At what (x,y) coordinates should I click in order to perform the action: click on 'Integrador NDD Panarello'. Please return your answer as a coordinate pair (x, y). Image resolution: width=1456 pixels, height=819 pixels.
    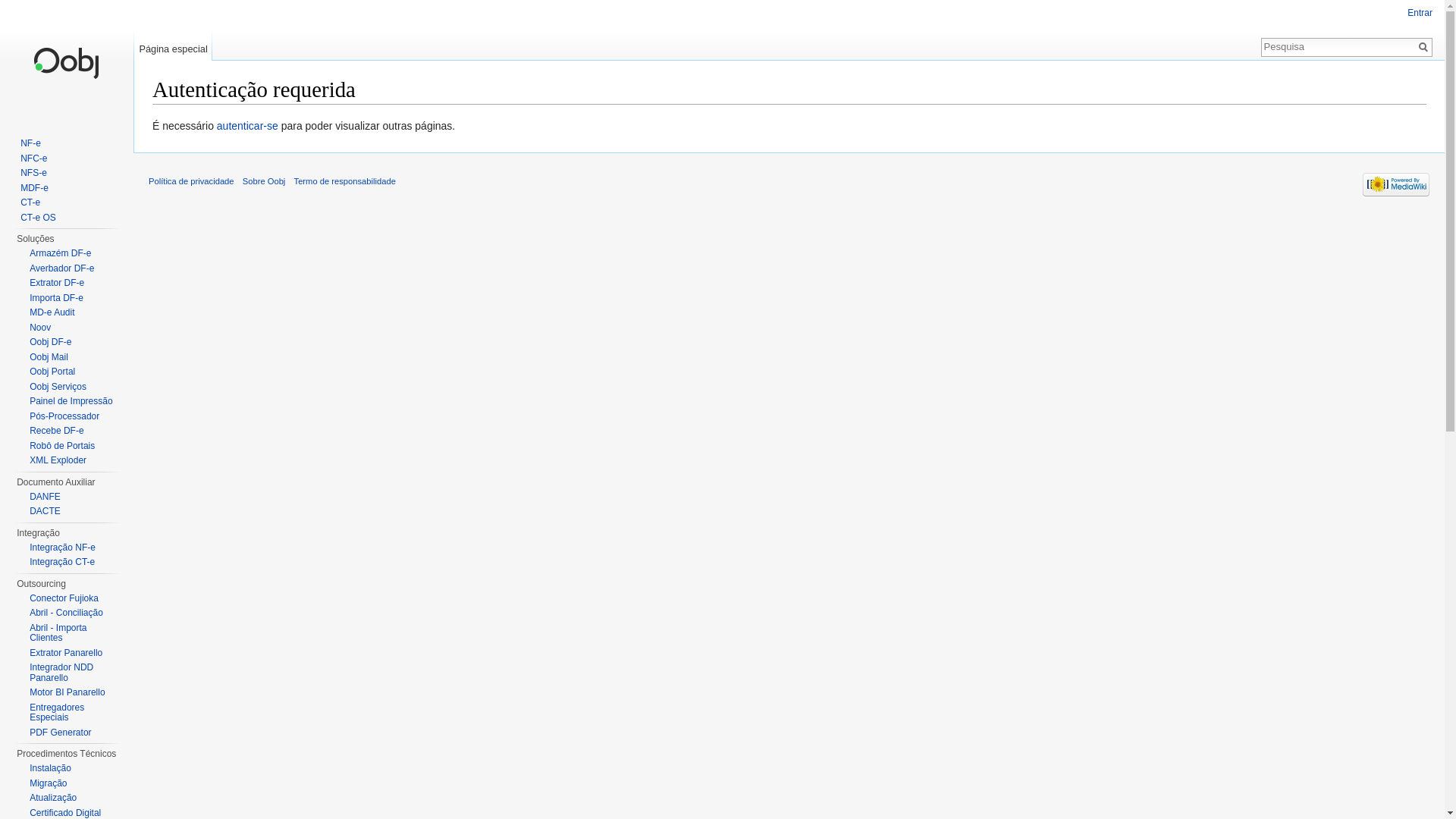
    Looking at the image, I should click on (61, 672).